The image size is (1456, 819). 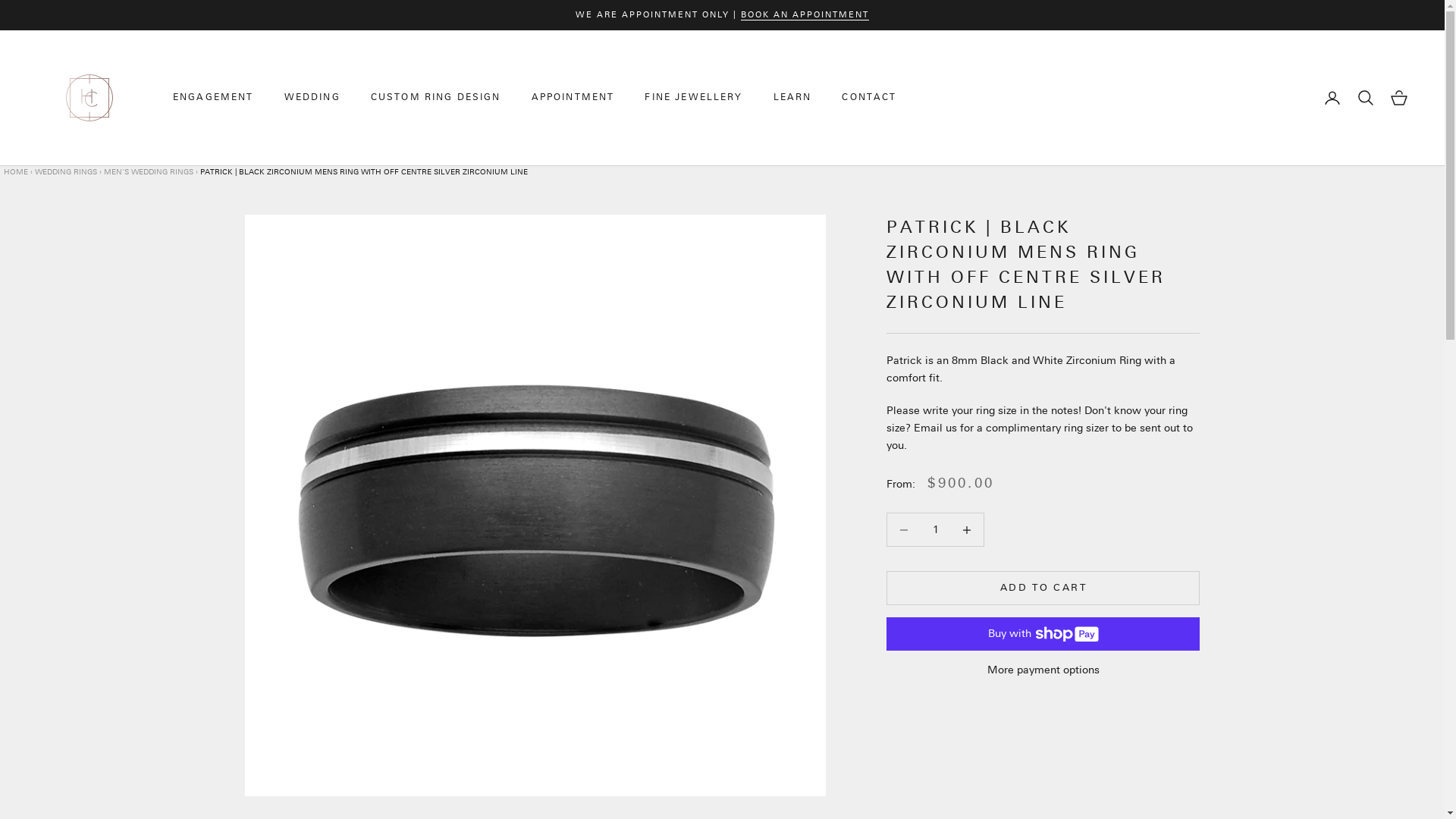 I want to click on 'APPOINTMENT', so click(x=573, y=97).